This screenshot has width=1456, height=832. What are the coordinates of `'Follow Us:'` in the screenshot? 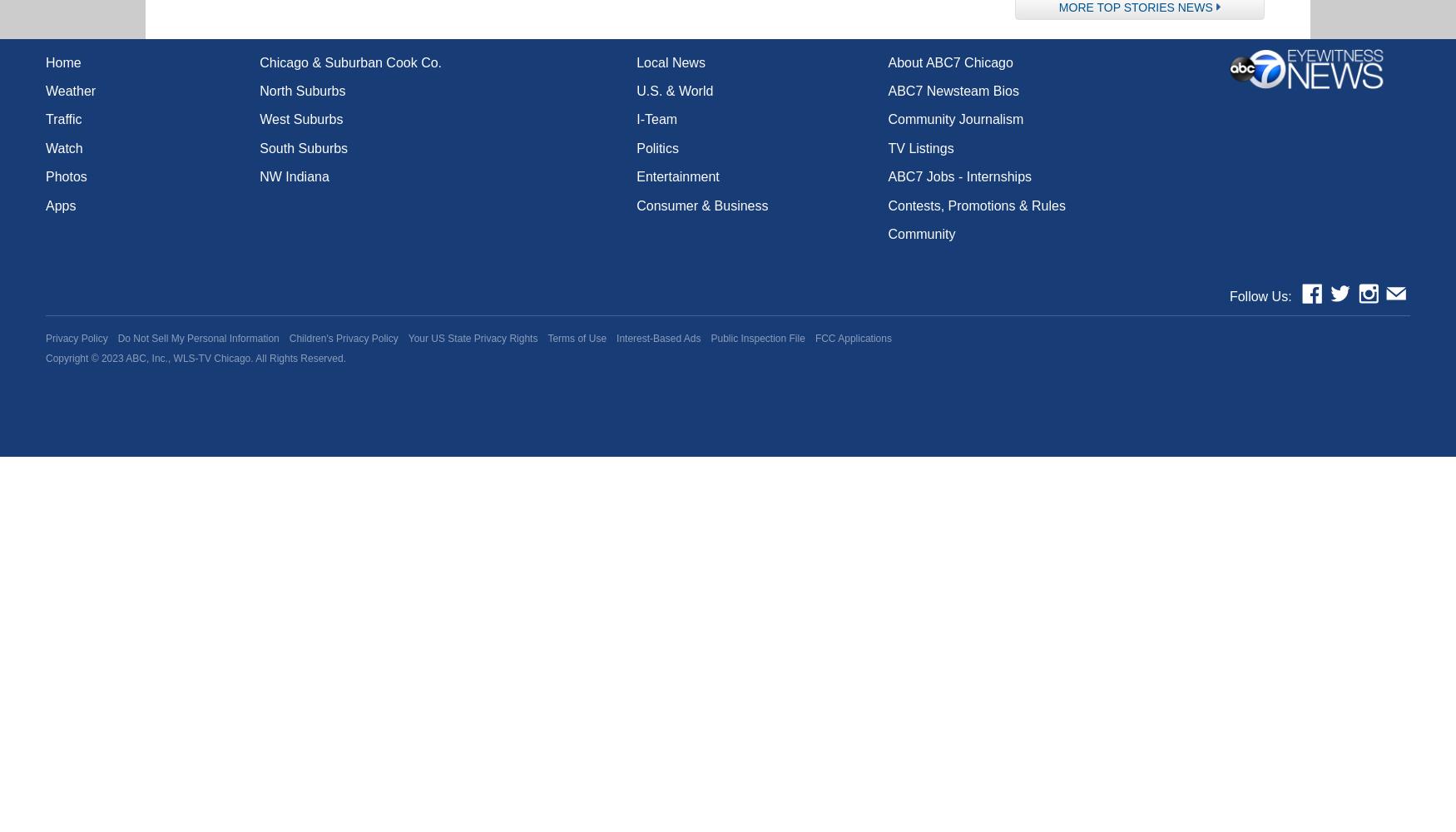 It's located at (1229, 295).